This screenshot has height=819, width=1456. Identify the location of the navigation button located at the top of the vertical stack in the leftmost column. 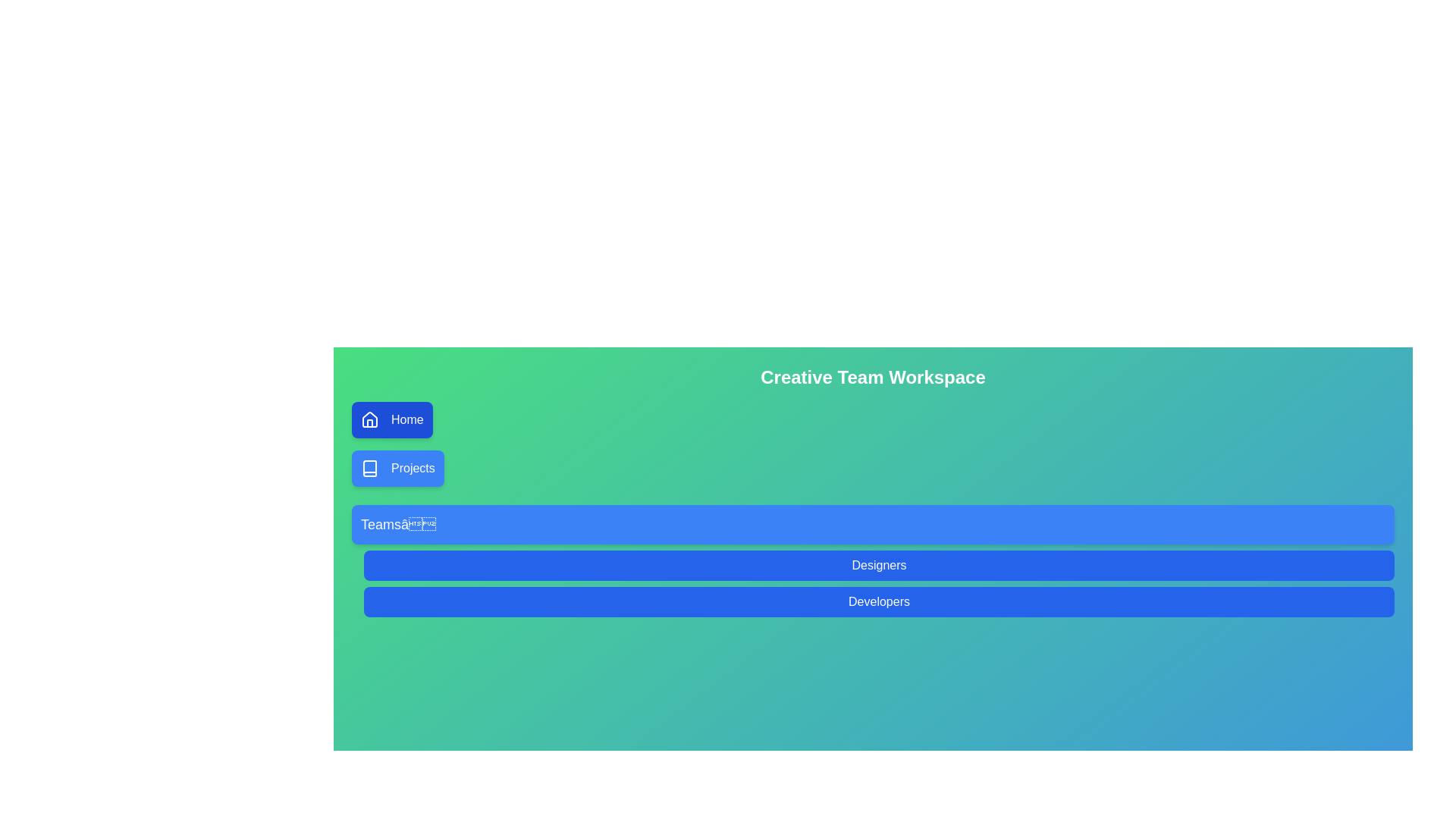
(392, 420).